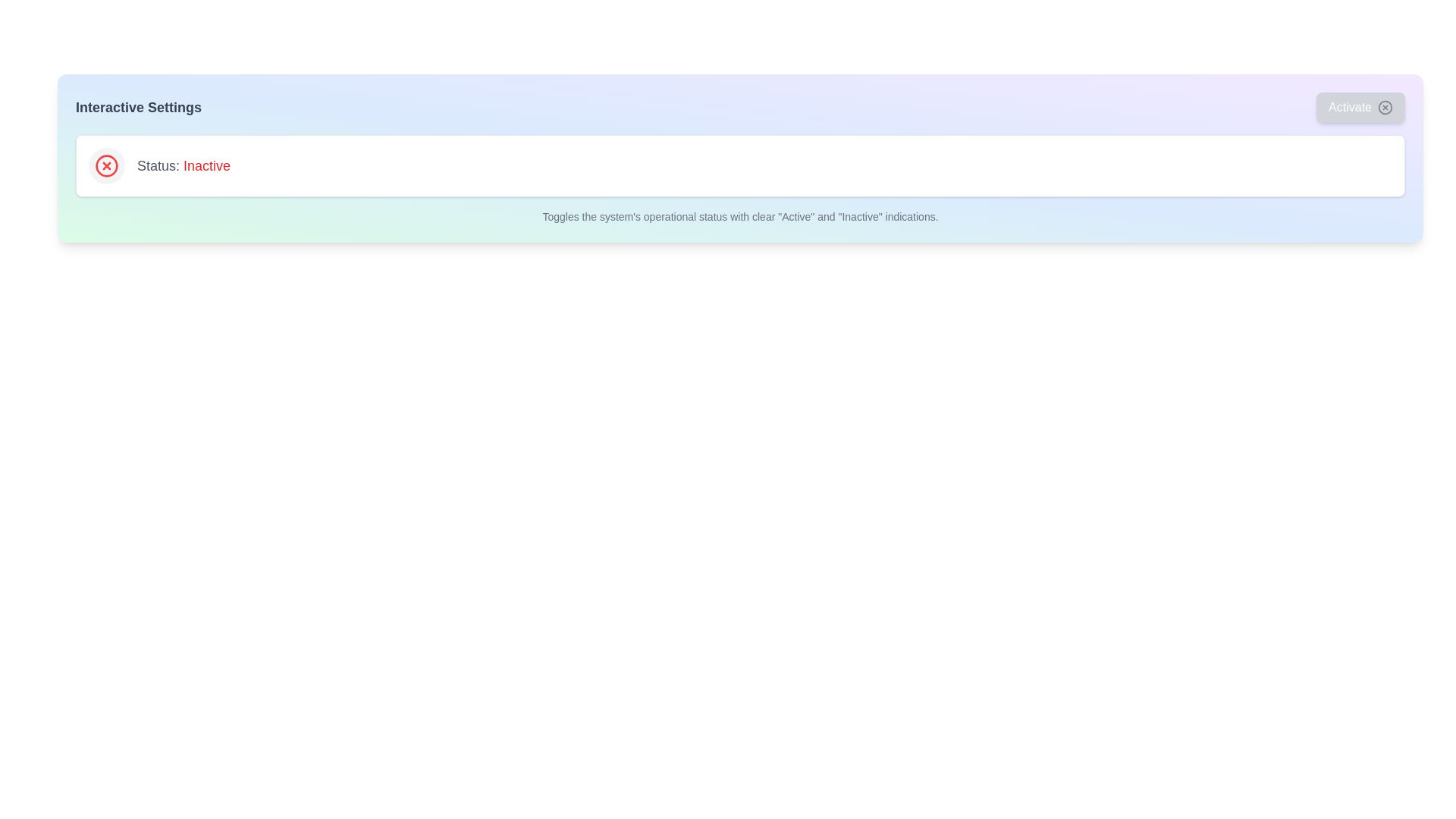 The width and height of the screenshot is (1456, 819). What do you see at coordinates (1350, 107) in the screenshot?
I see `the 'Activate' button text located in the top-right corner of the interactive section of the panel header` at bounding box center [1350, 107].